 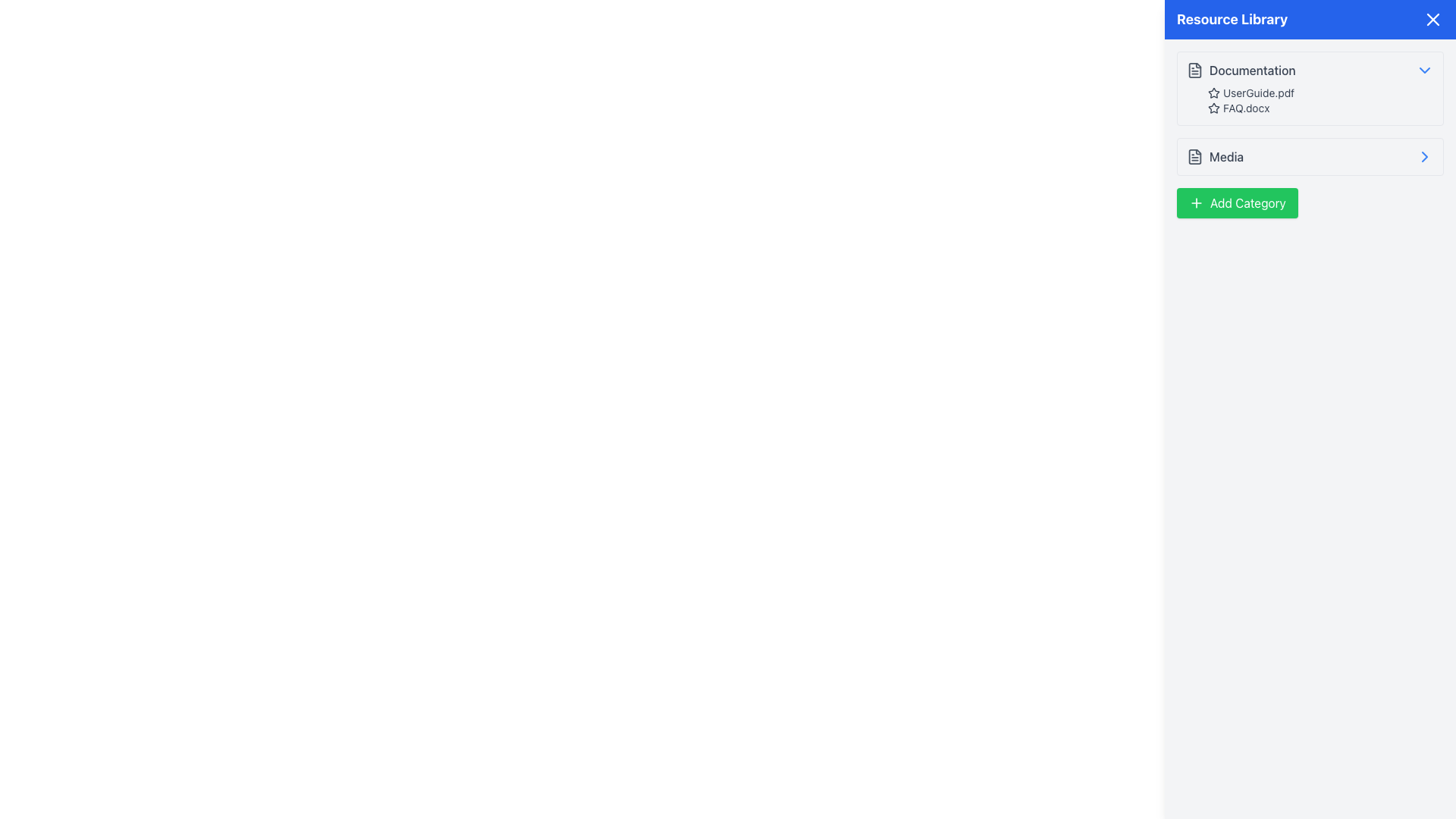 I want to click on the star icon located to the left of the text 'FAQ.docx' in the 'Resource Library' panel under the 'Documentation' subsection to interact with it, so click(x=1214, y=107).